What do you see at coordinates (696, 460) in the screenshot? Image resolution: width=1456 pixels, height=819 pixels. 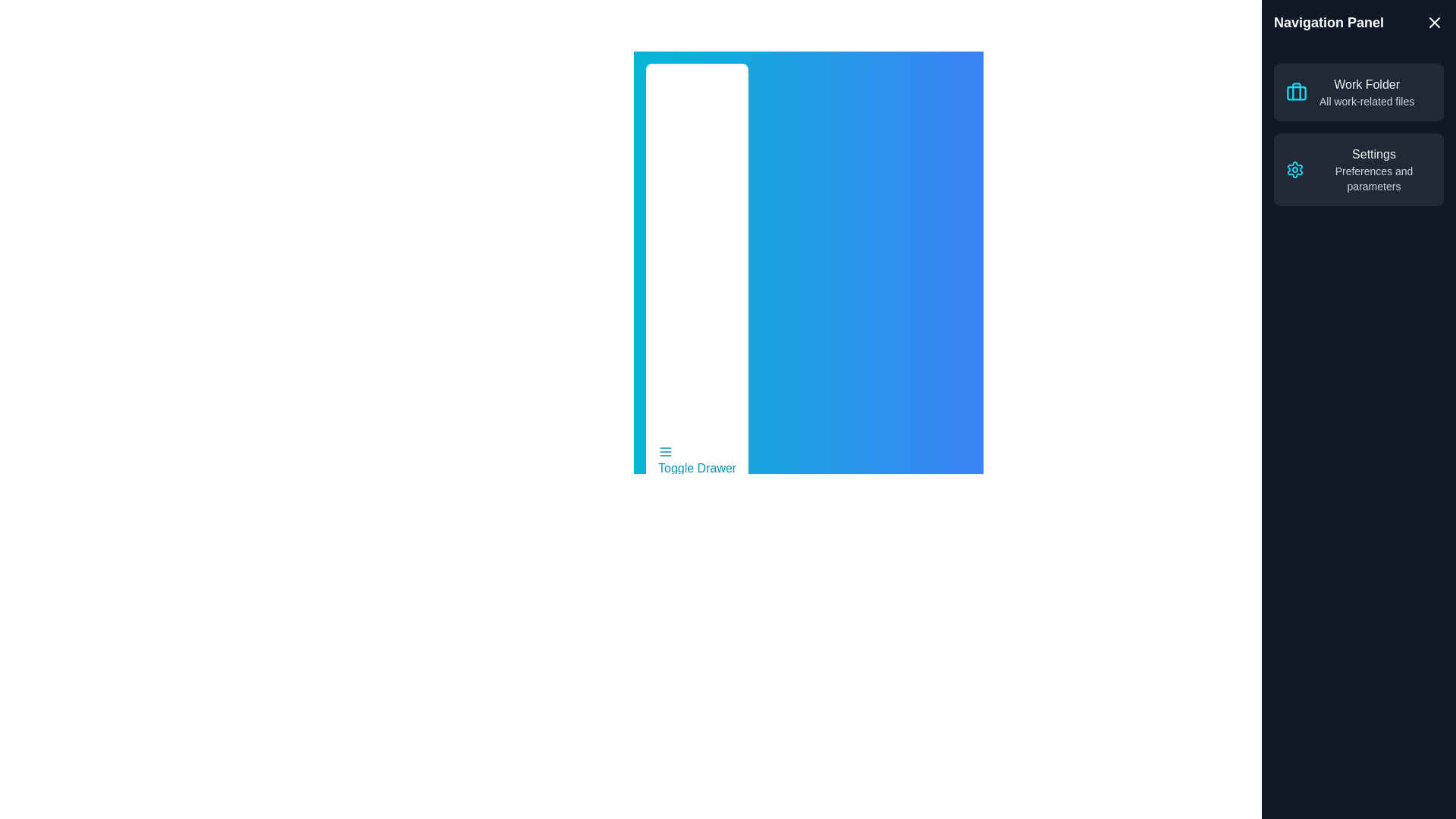 I see `the 'Toggle Drawer' button to toggle the visibility of the drawer` at bounding box center [696, 460].